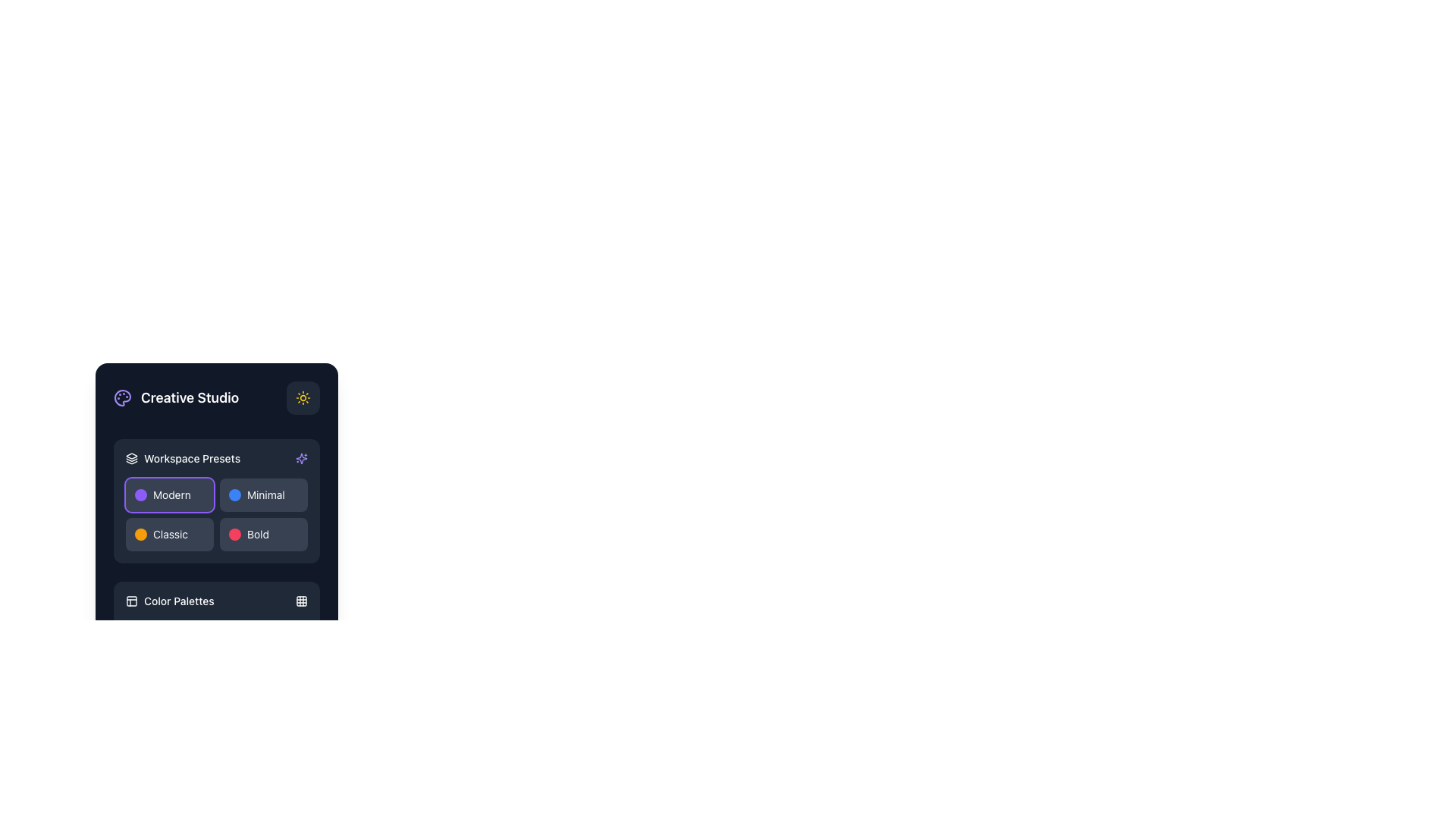  What do you see at coordinates (131, 601) in the screenshot?
I see `the graphical rectangle element with rounded corners located in the top-left portion of the interface` at bounding box center [131, 601].